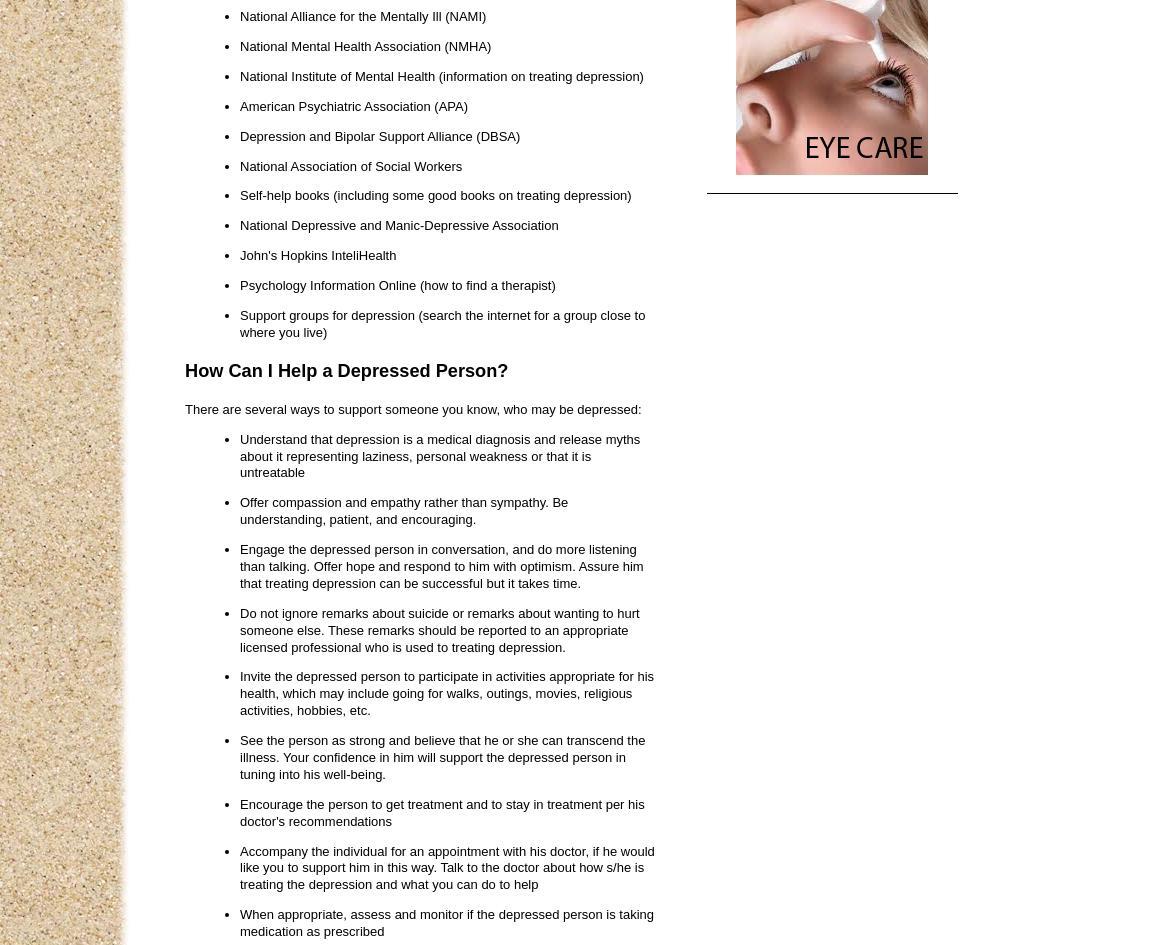 Image resolution: width=1150 pixels, height=945 pixels. I want to click on 'National Alliance for the Mentally Ill (NAMI)', so click(363, 16).